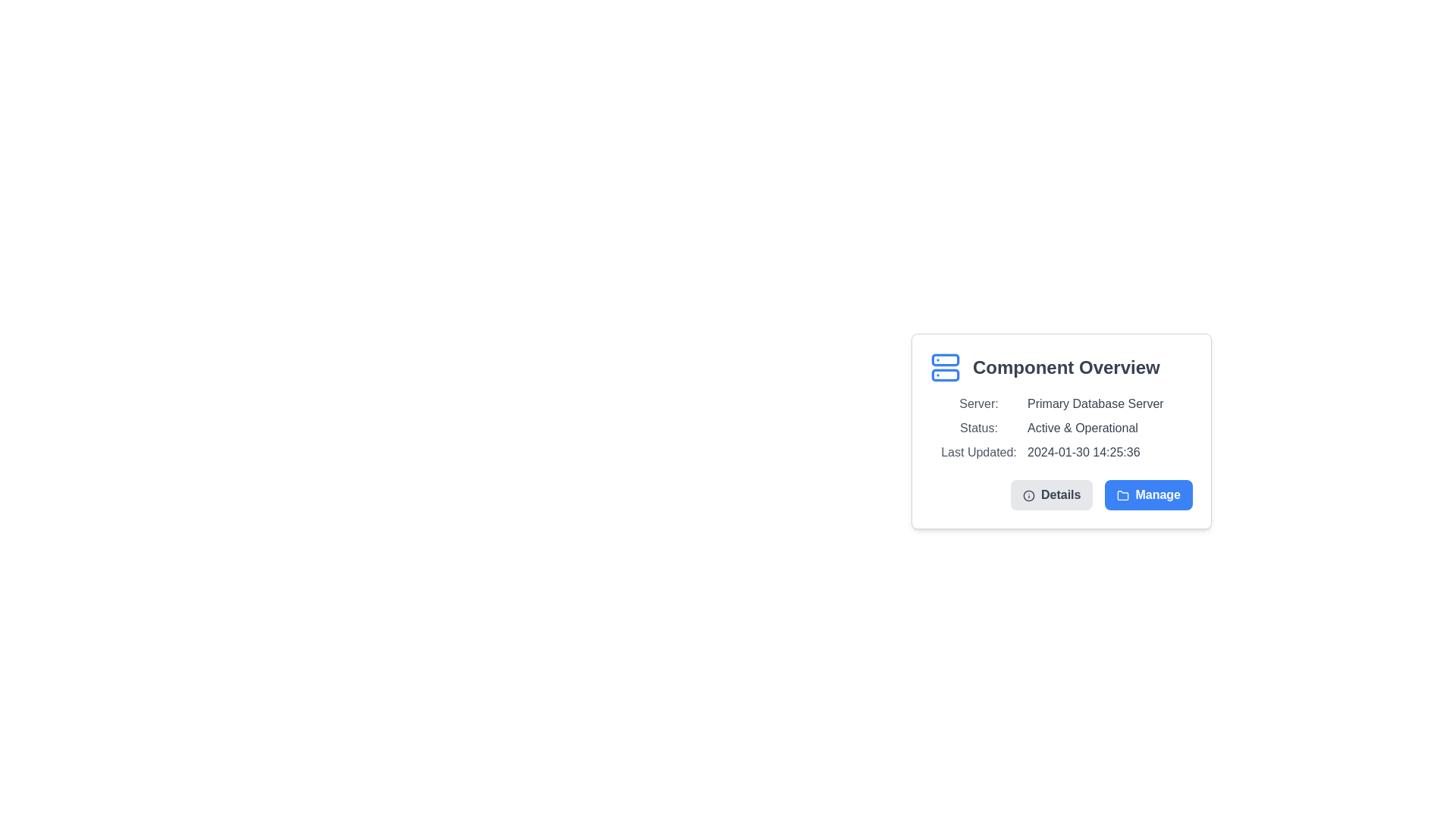  What do you see at coordinates (945, 359) in the screenshot?
I see `the upper-left rectangular component of the server icon in the 'Component Overview' card, which is the first of two stacked rectangles` at bounding box center [945, 359].